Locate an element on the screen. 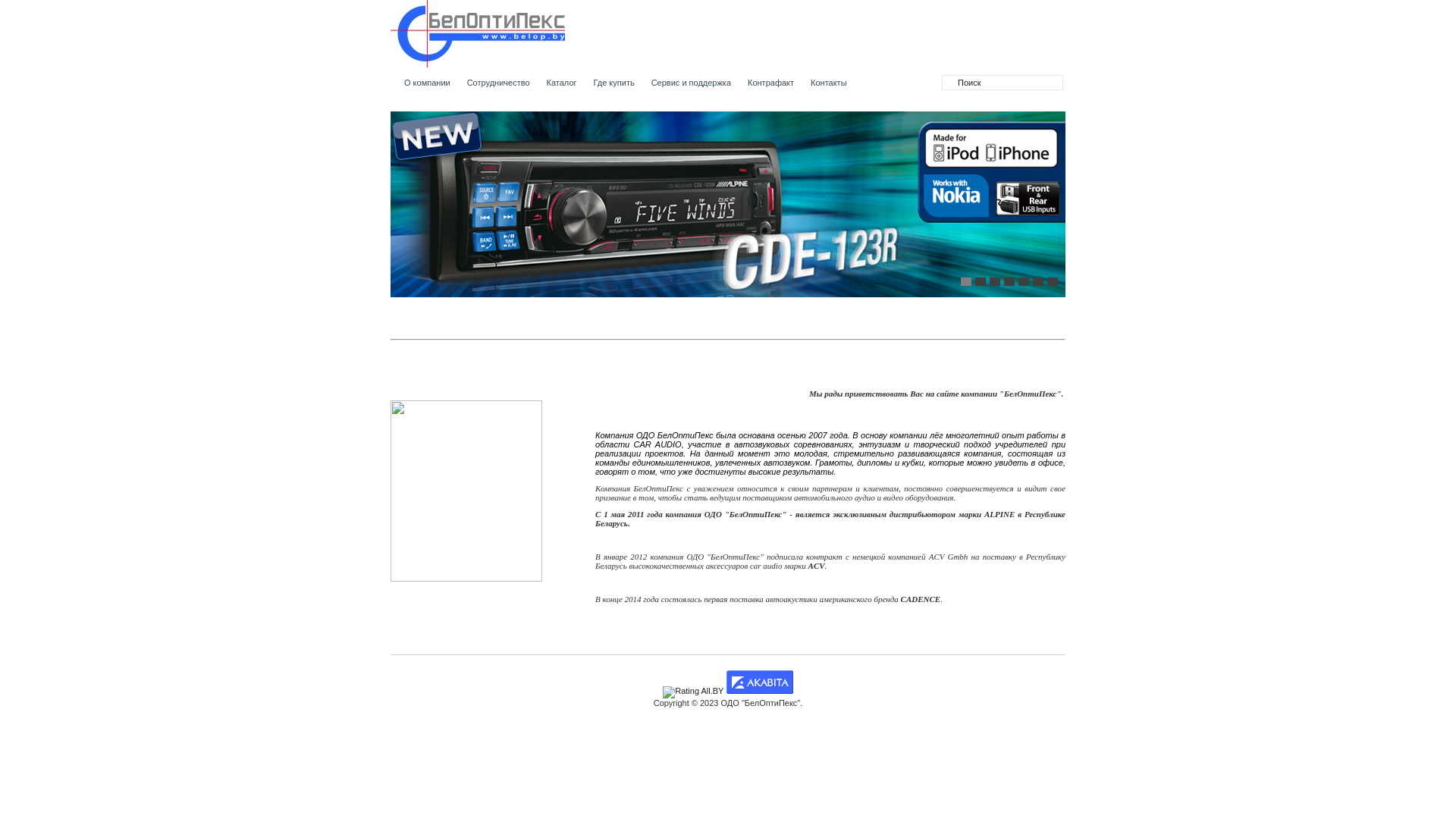 This screenshot has height=819, width=1456. 'ALPINE' is located at coordinates (999, 513).